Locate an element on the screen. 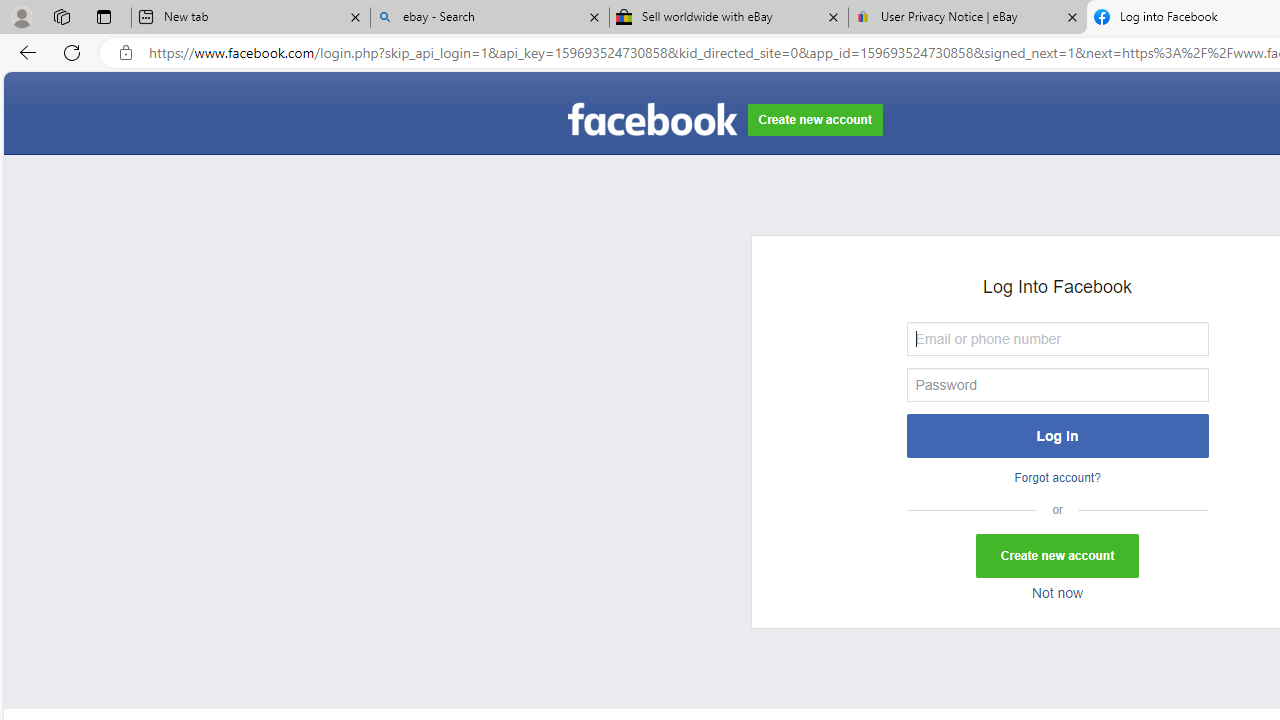 Image resolution: width=1280 pixels, height=720 pixels. 'Log In' is located at coordinates (1056, 434).